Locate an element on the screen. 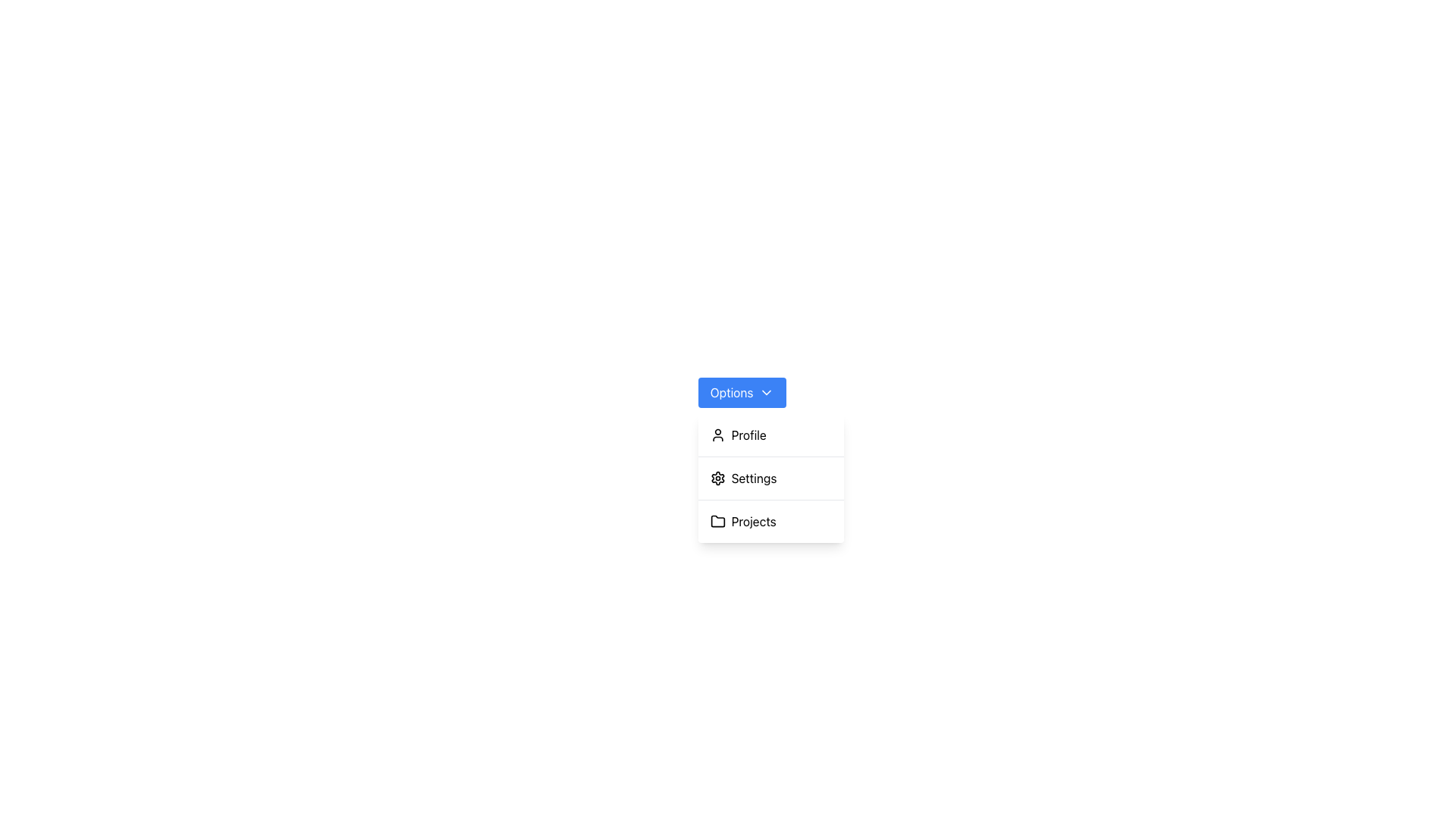 This screenshot has width=1456, height=819. the 'Settings' icon in the dropdown menu under the 'Options' button, which is located between 'Profile' and 'Projects' is located at coordinates (717, 479).